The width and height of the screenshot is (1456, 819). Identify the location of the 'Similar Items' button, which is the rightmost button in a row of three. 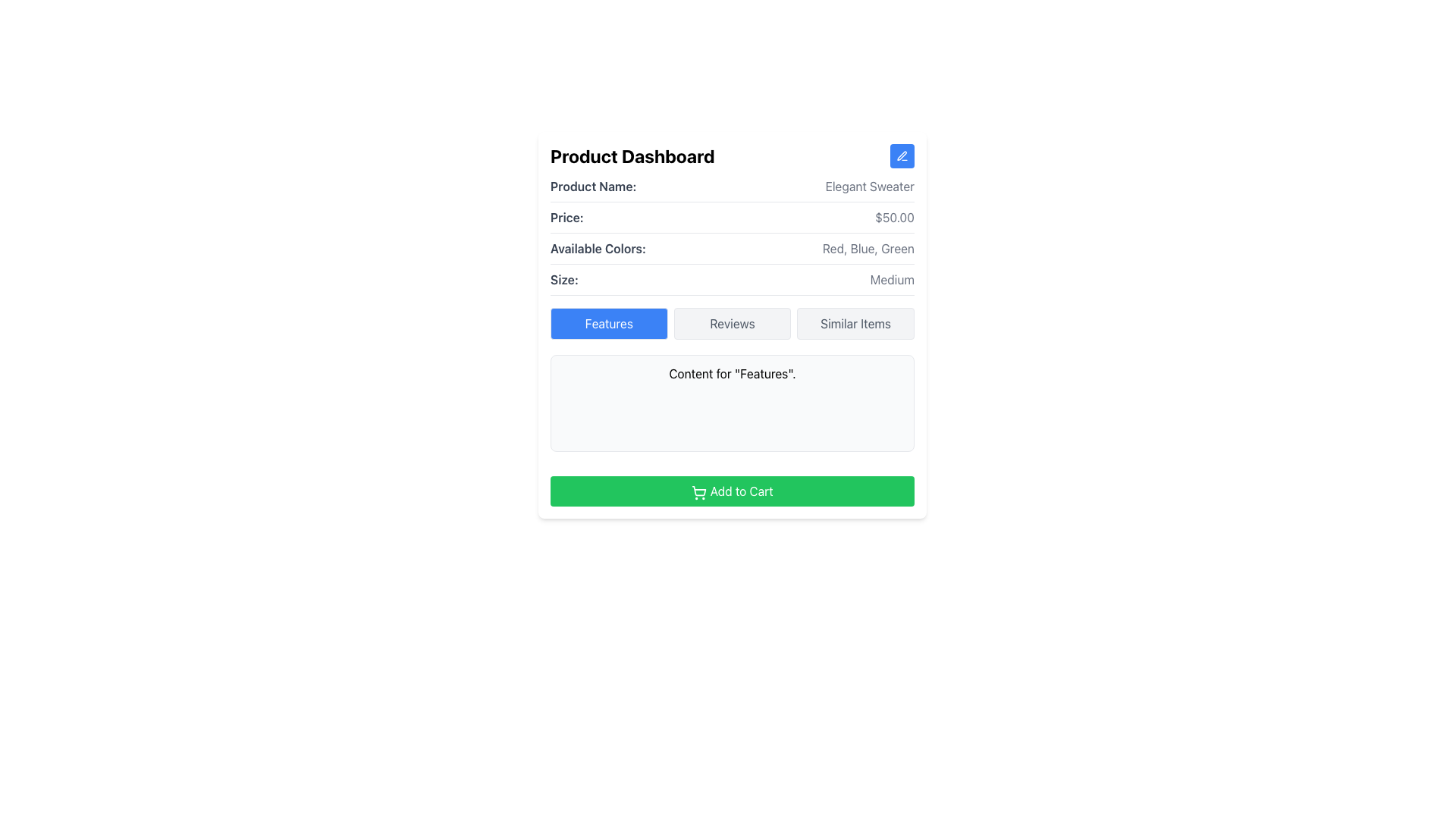
(855, 323).